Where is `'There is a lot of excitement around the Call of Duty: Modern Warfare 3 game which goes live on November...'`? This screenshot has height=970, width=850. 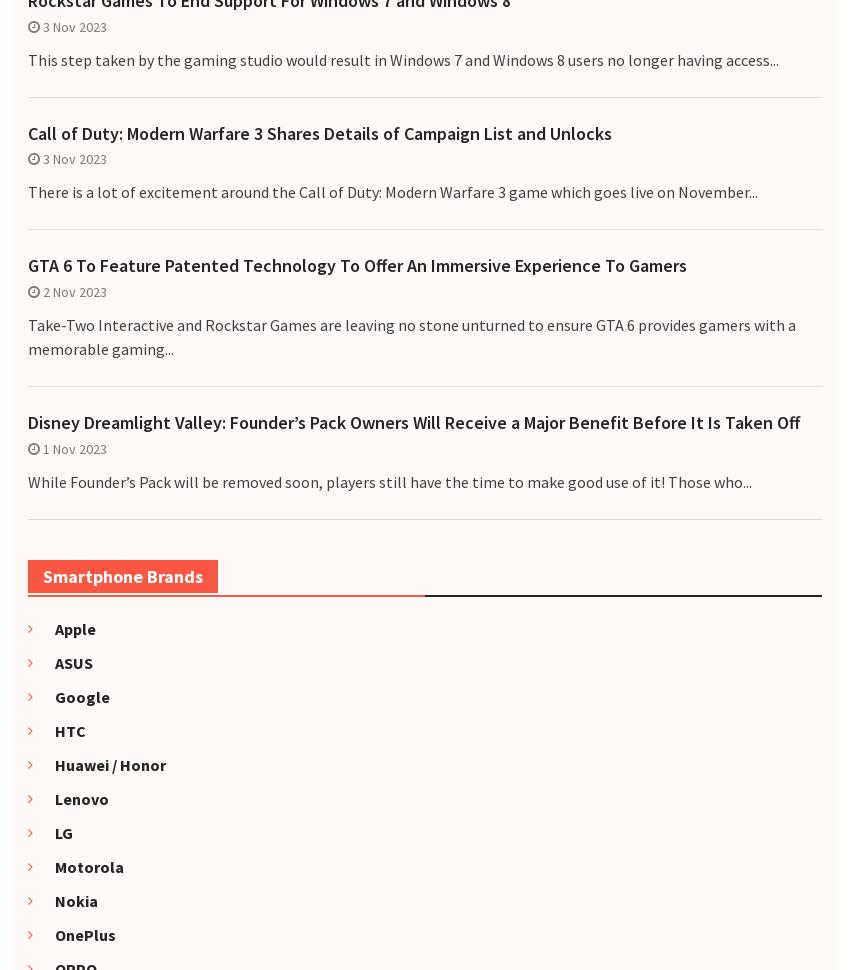 'There is a lot of excitement around the Call of Duty: Modern Warfare 3 game which goes live on November...' is located at coordinates (392, 190).